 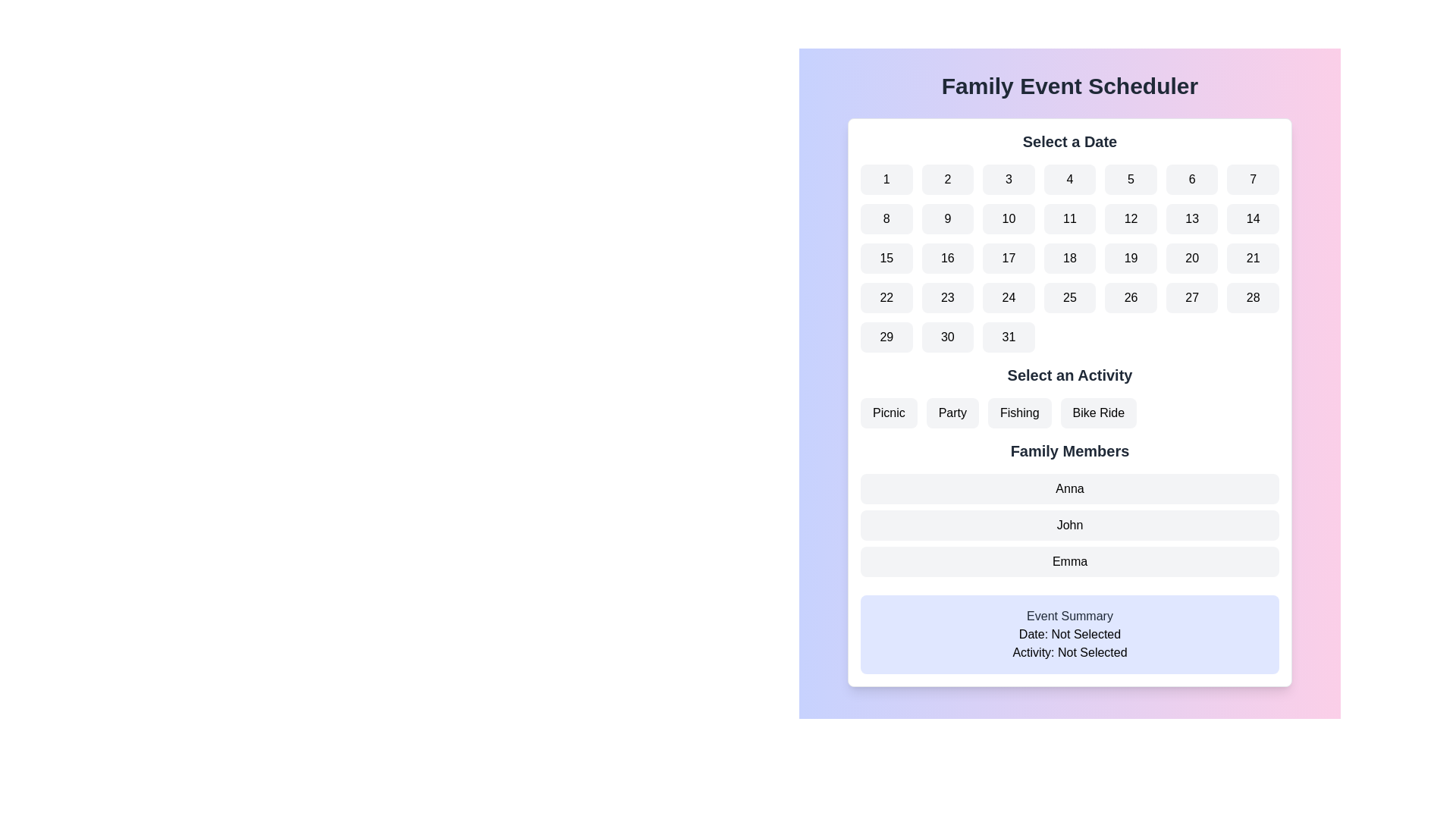 What do you see at coordinates (1069, 219) in the screenshot?
I see `the rounded rectangular button displaying the number '11' in the 'Select a Date' section` at bounding box center [1069, 219].